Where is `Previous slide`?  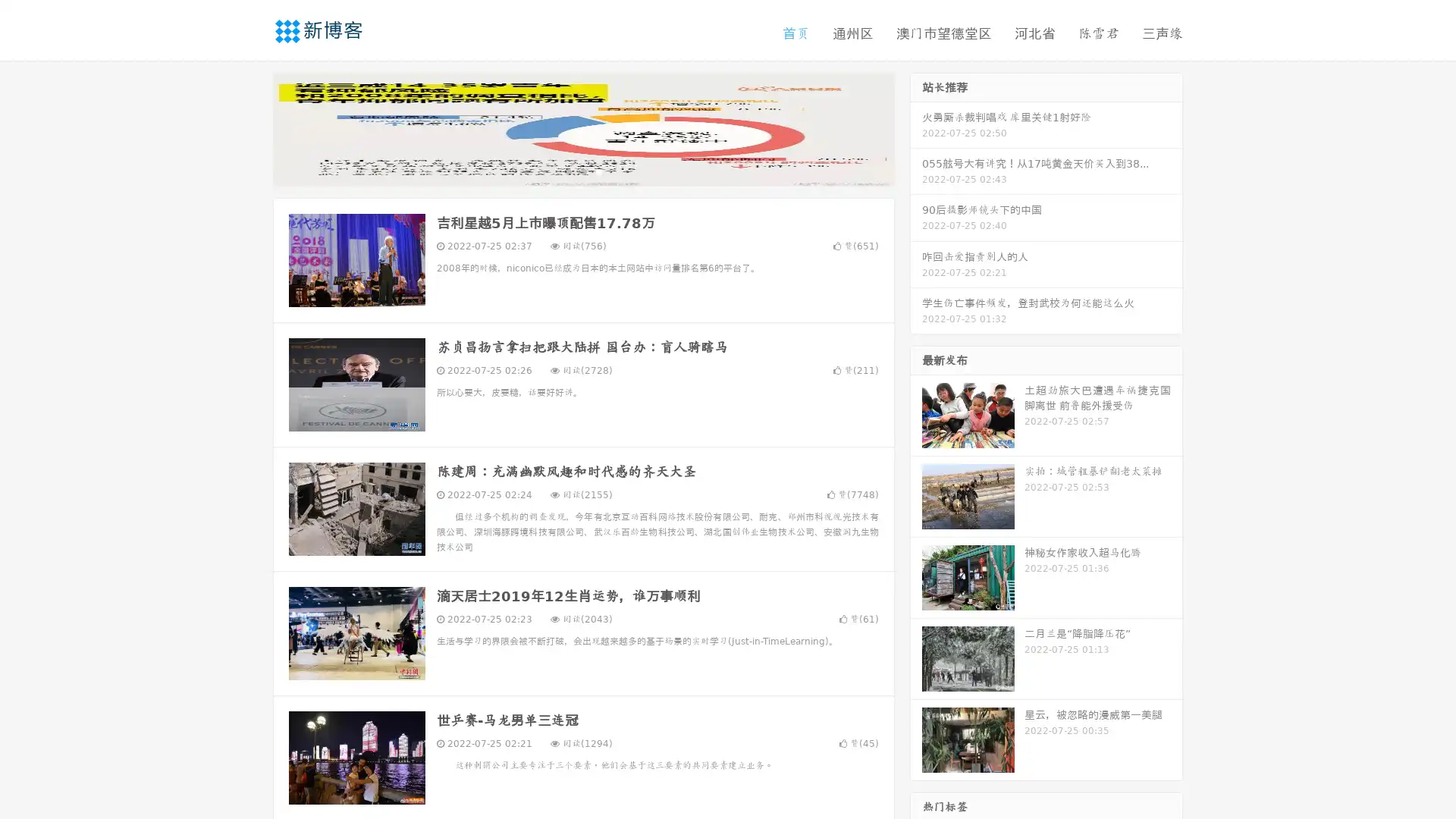 Previous slide is located at coordinates (250, 127).